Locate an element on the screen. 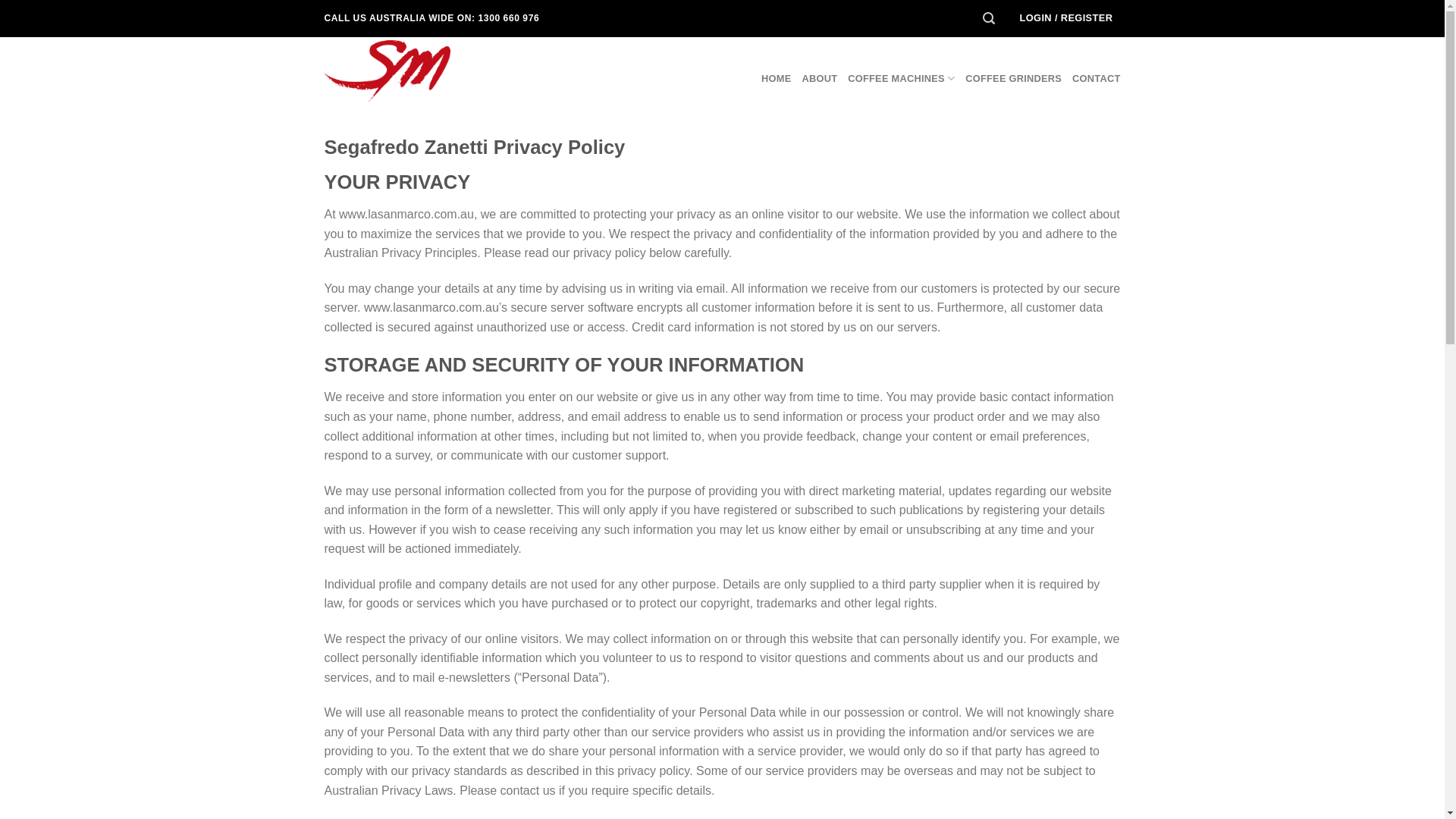 This screenshot has height=819, width=1456. 'HOME' is located at coordinates (761, 79).